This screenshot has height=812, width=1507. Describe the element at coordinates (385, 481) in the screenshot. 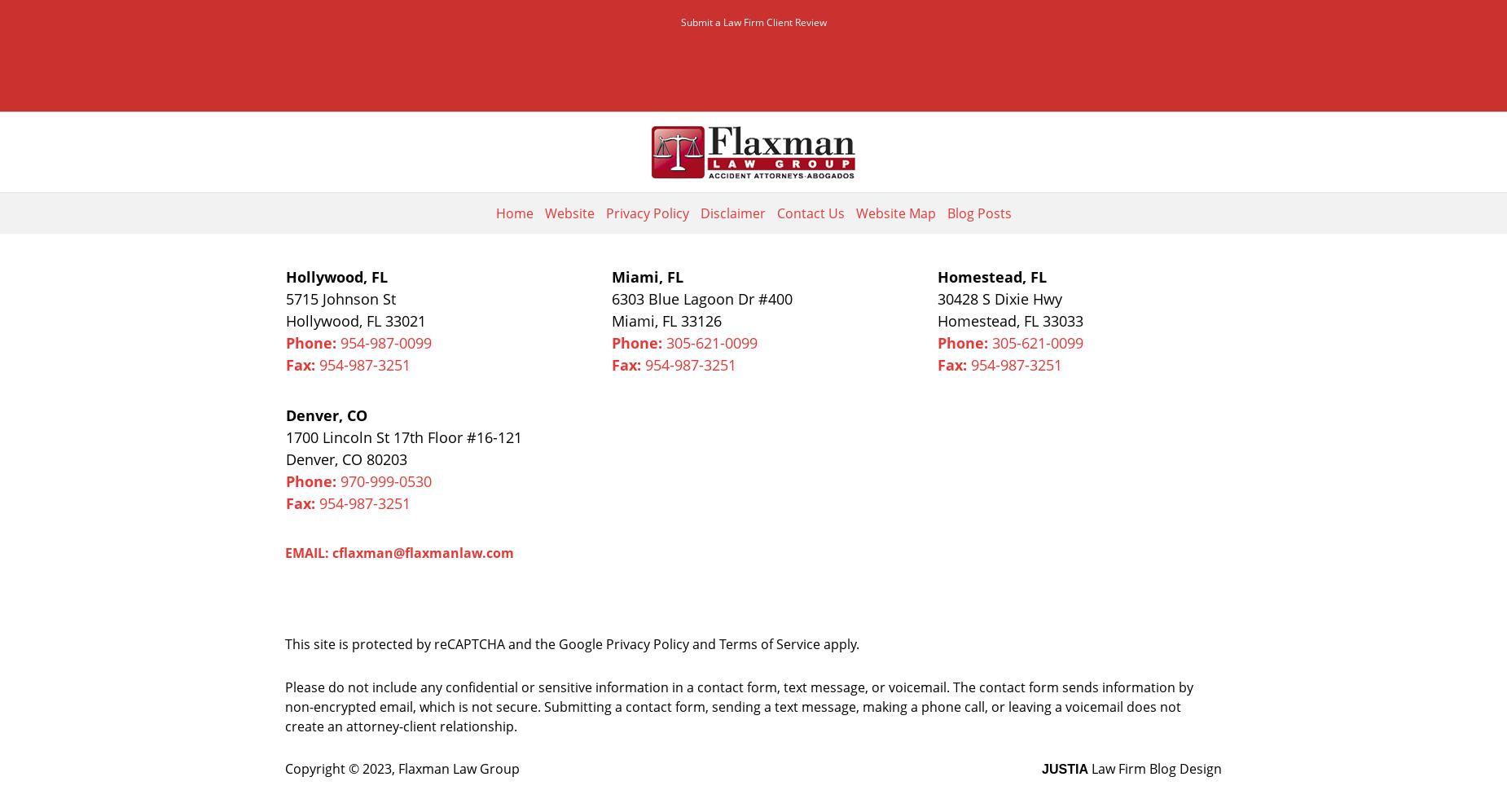

I see `'970-999-0530'` at that location.